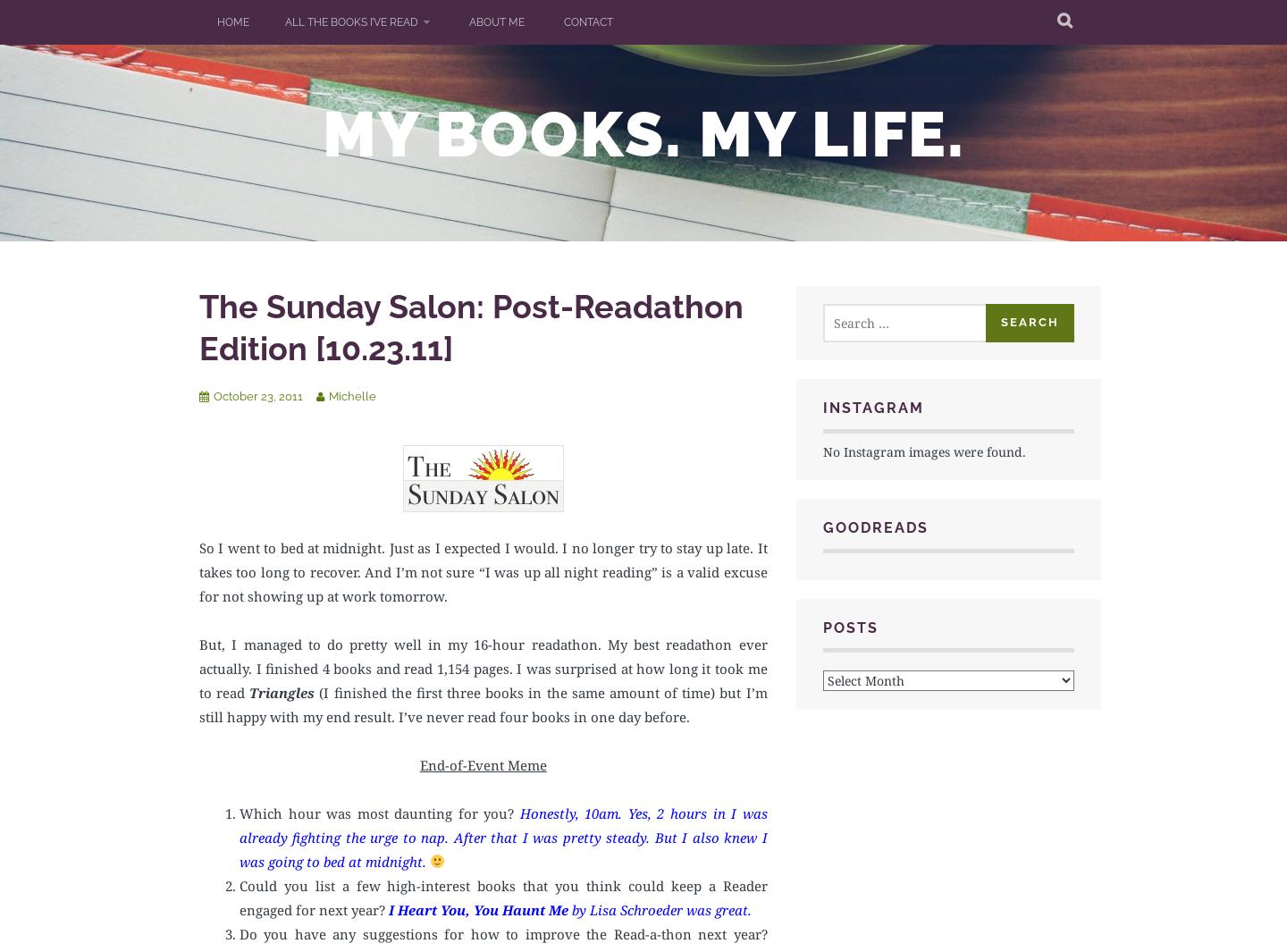 This screenshot has width=1287, height=952. I want to click on 'Goodreads', so click(874, 527).